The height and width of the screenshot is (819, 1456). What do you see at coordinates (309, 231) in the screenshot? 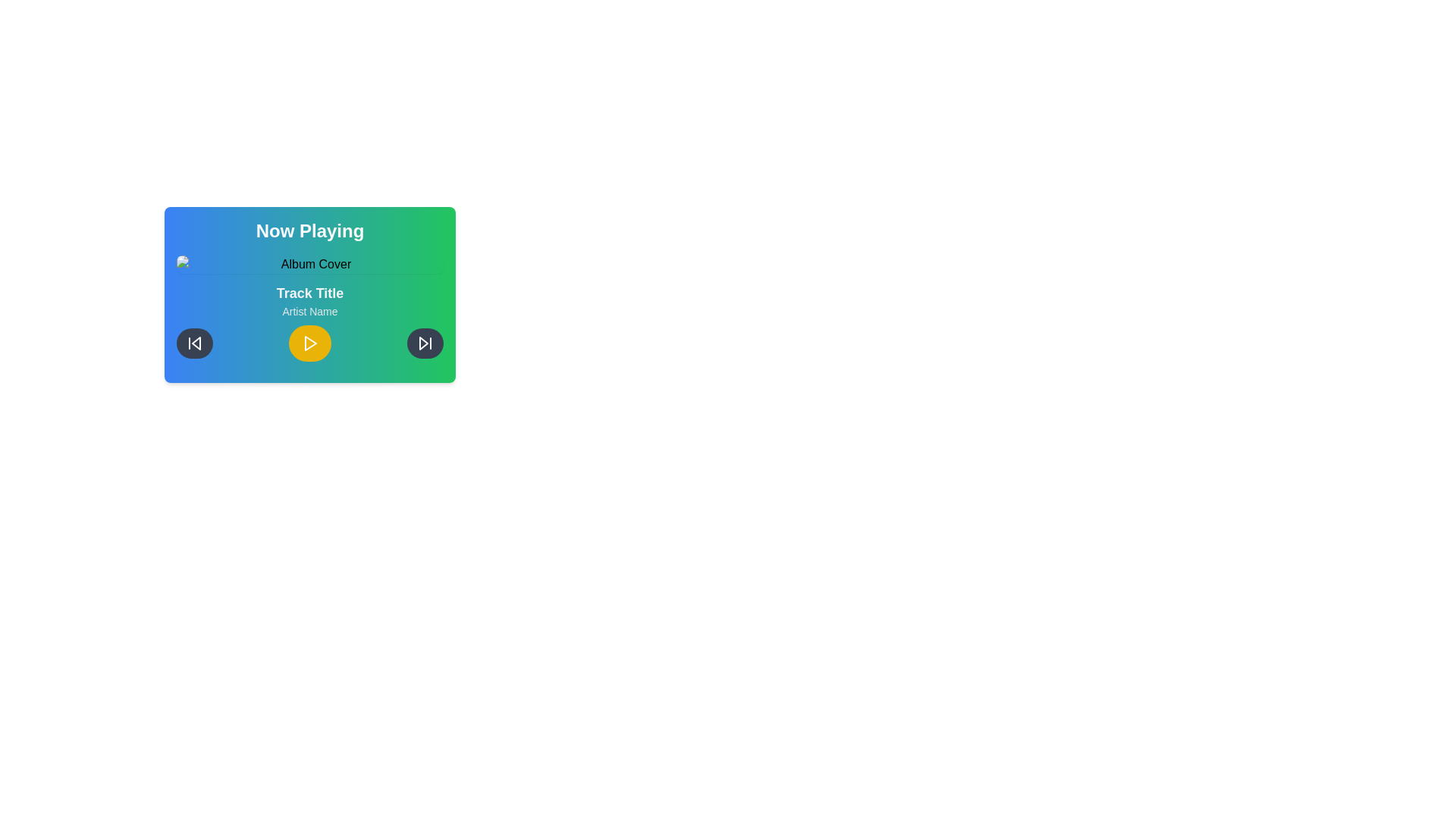
I see `the 'Now Playing' text label, which is a large, bold, white text displayed at the top of the panel with a gradient blue-to-green background` at bounding box center [309, 231].